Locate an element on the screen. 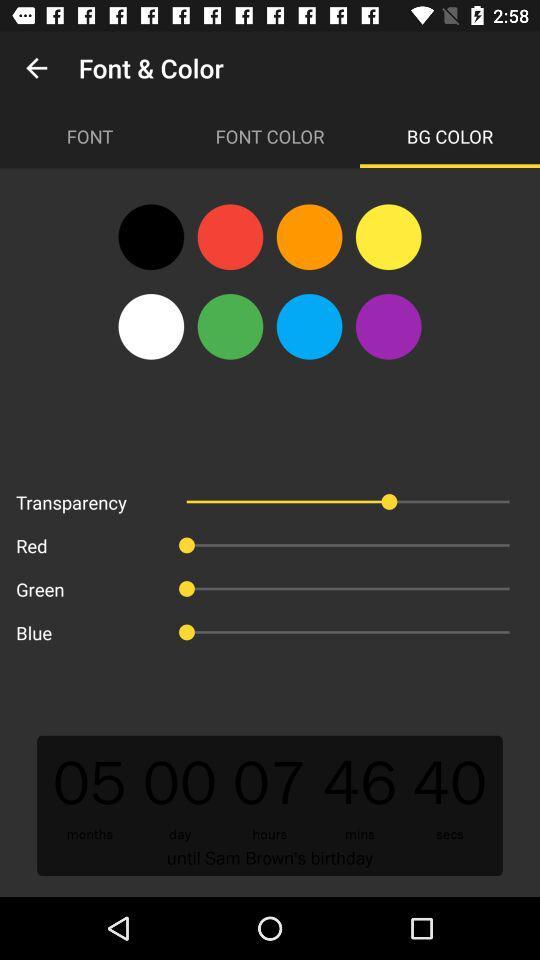 The height and width of the screenshot is (960, 540). item next to font & color app is located at coordinates (36, 68).